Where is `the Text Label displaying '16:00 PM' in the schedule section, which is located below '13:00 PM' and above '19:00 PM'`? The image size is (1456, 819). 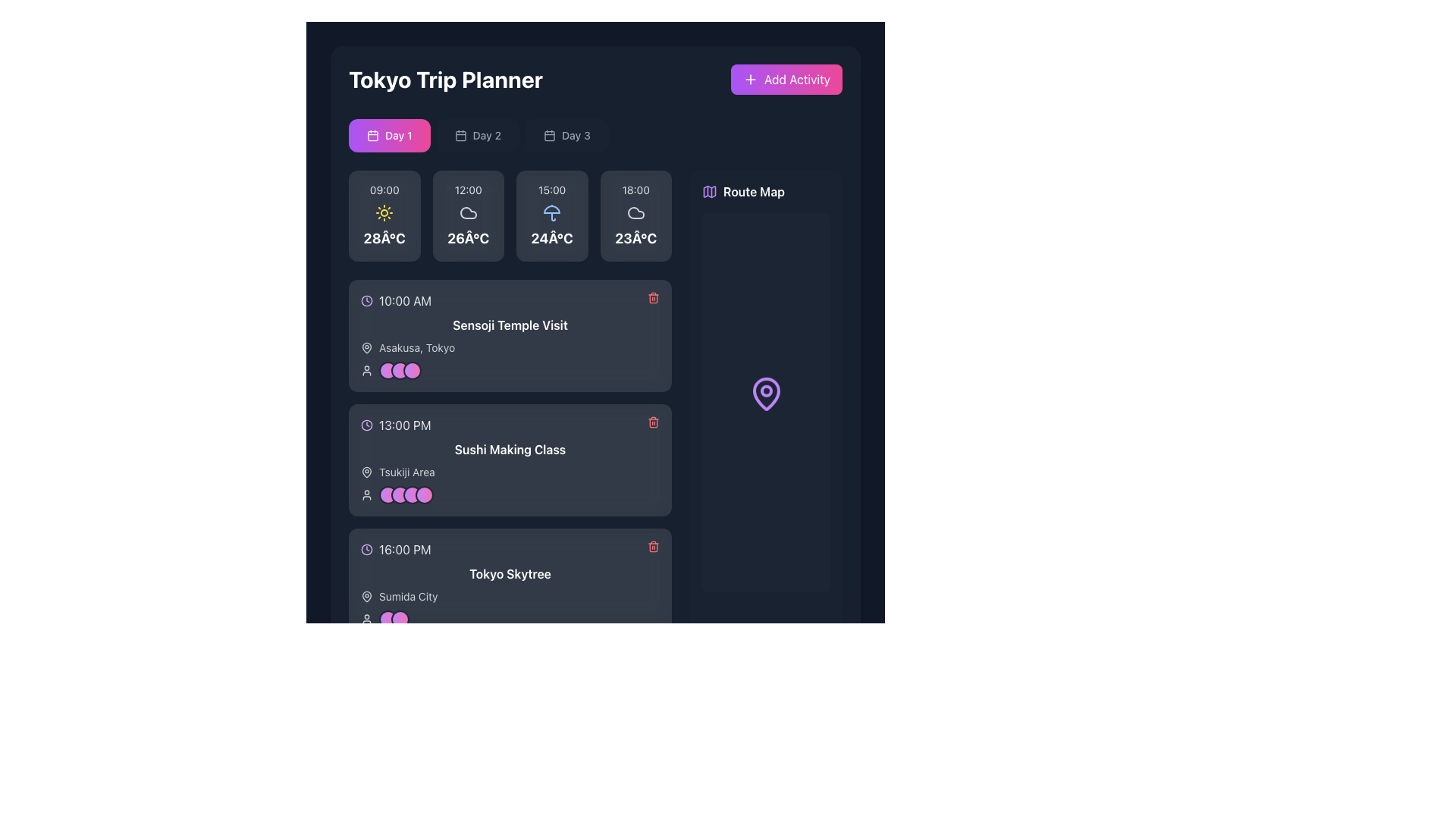
the Text Label displaying '16:00 PM' in the schedule section, which is located below '13:00 PM' and above '19:00 PM' is located at coordinates (405, 550).